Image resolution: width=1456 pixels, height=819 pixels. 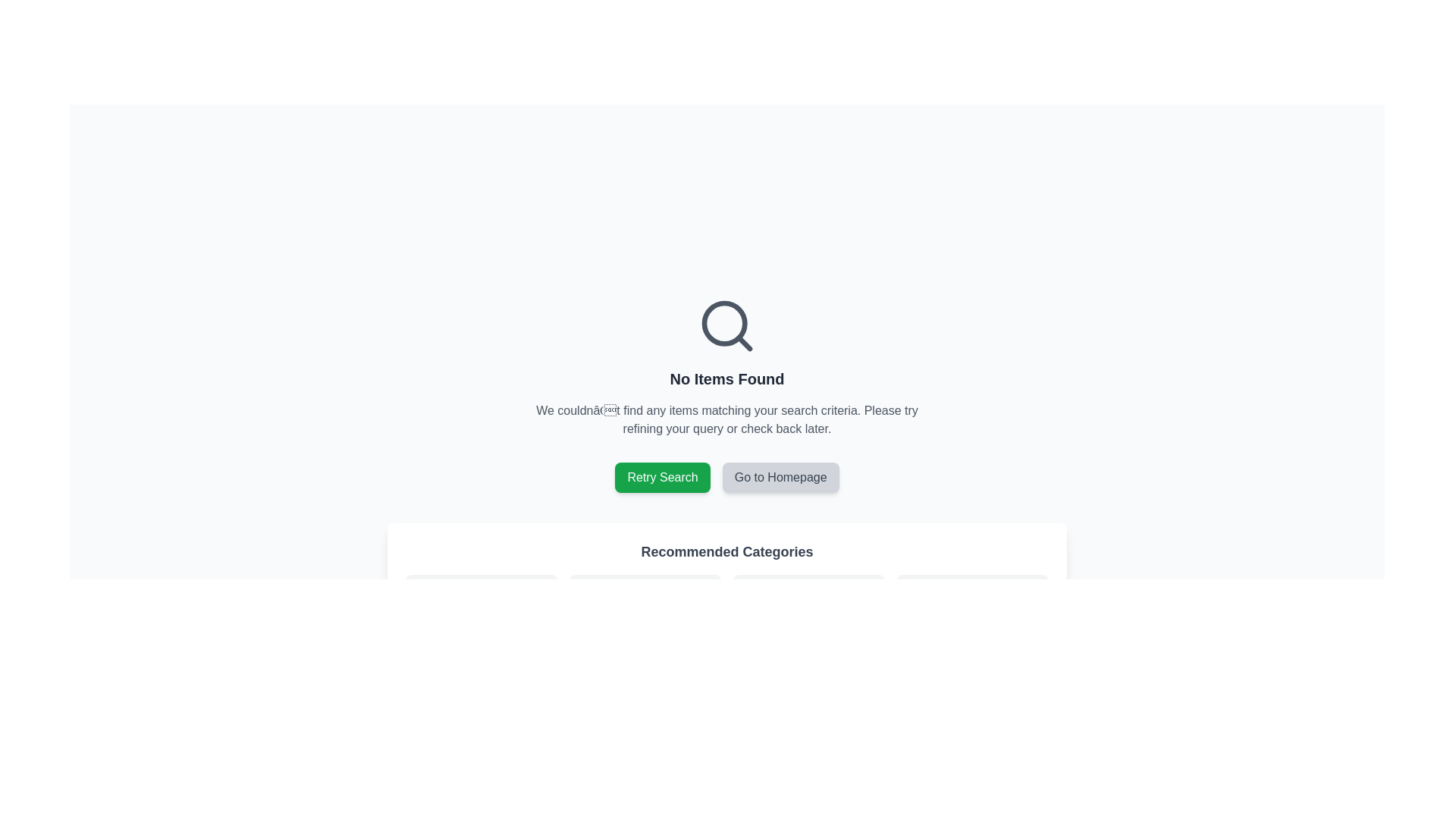 What do you see at coordinates (744, 343) in the screenshot?
I see `the decorative SVG component that represents the bottom-right part of the magnifying glass icon within the 'No Items Found' message` at bounding box center [744, 343].